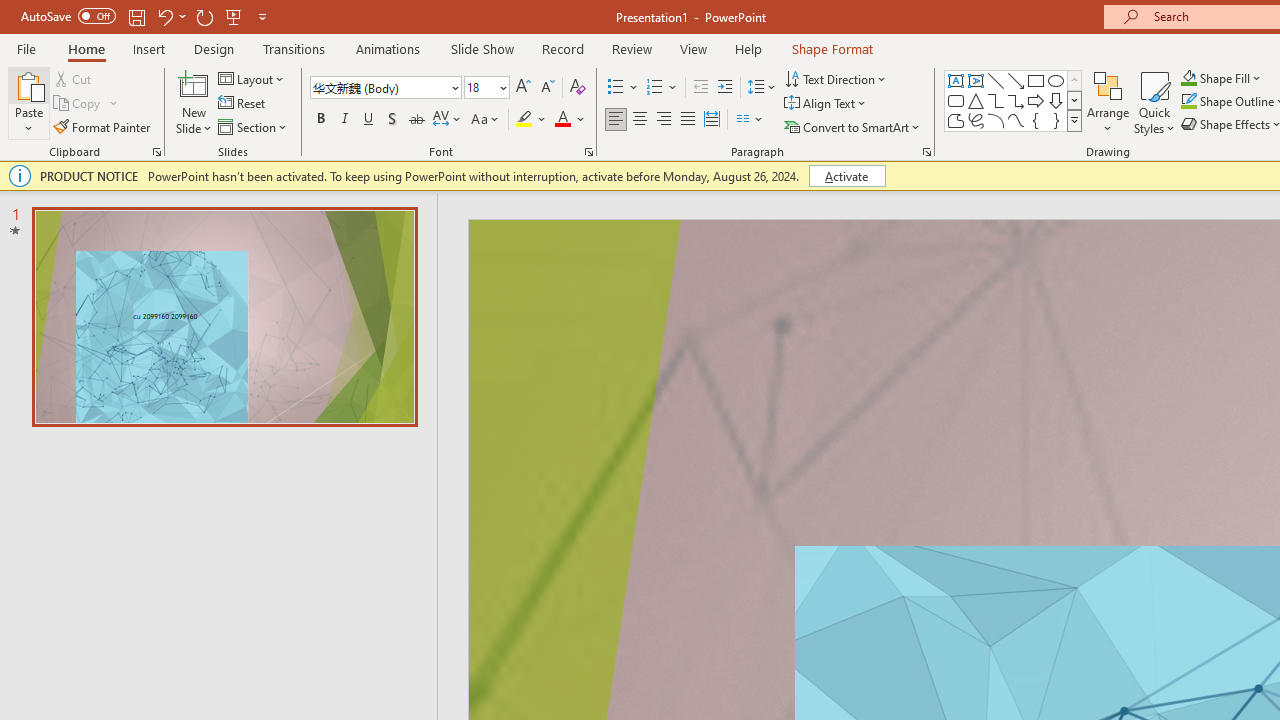  Describe the element at coordinates (1189, 101) in the screenshot. I see `'Shape Outline Dark Red, Accent 1'` at that location.